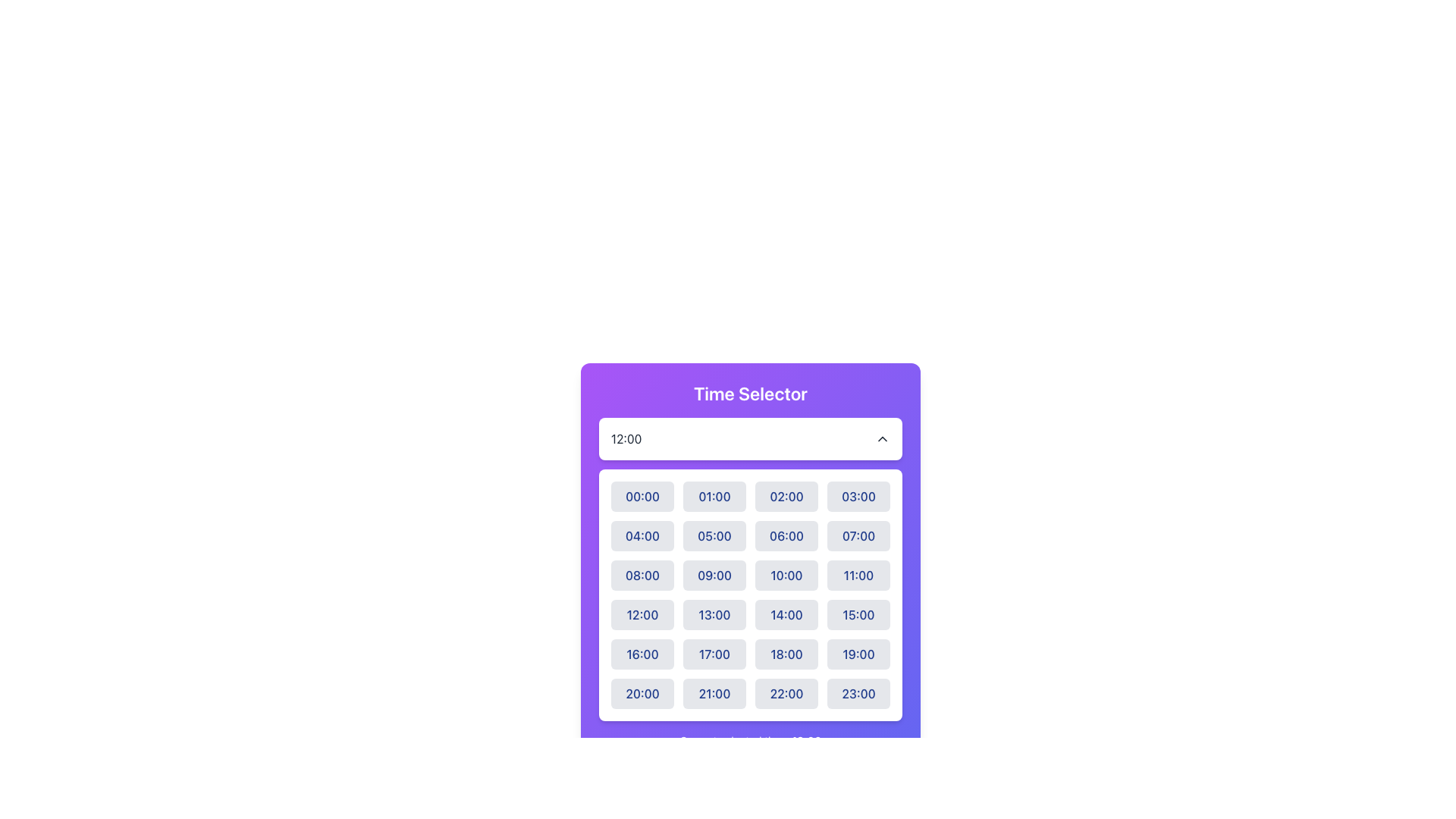 Image resolution: width=1456 pixels, height=819 pixels. What do you see at coordinates (858, 535) in the screenshot?
I see `the button displaying '07:00' with a light gray background` at bounding box center [858, 535].